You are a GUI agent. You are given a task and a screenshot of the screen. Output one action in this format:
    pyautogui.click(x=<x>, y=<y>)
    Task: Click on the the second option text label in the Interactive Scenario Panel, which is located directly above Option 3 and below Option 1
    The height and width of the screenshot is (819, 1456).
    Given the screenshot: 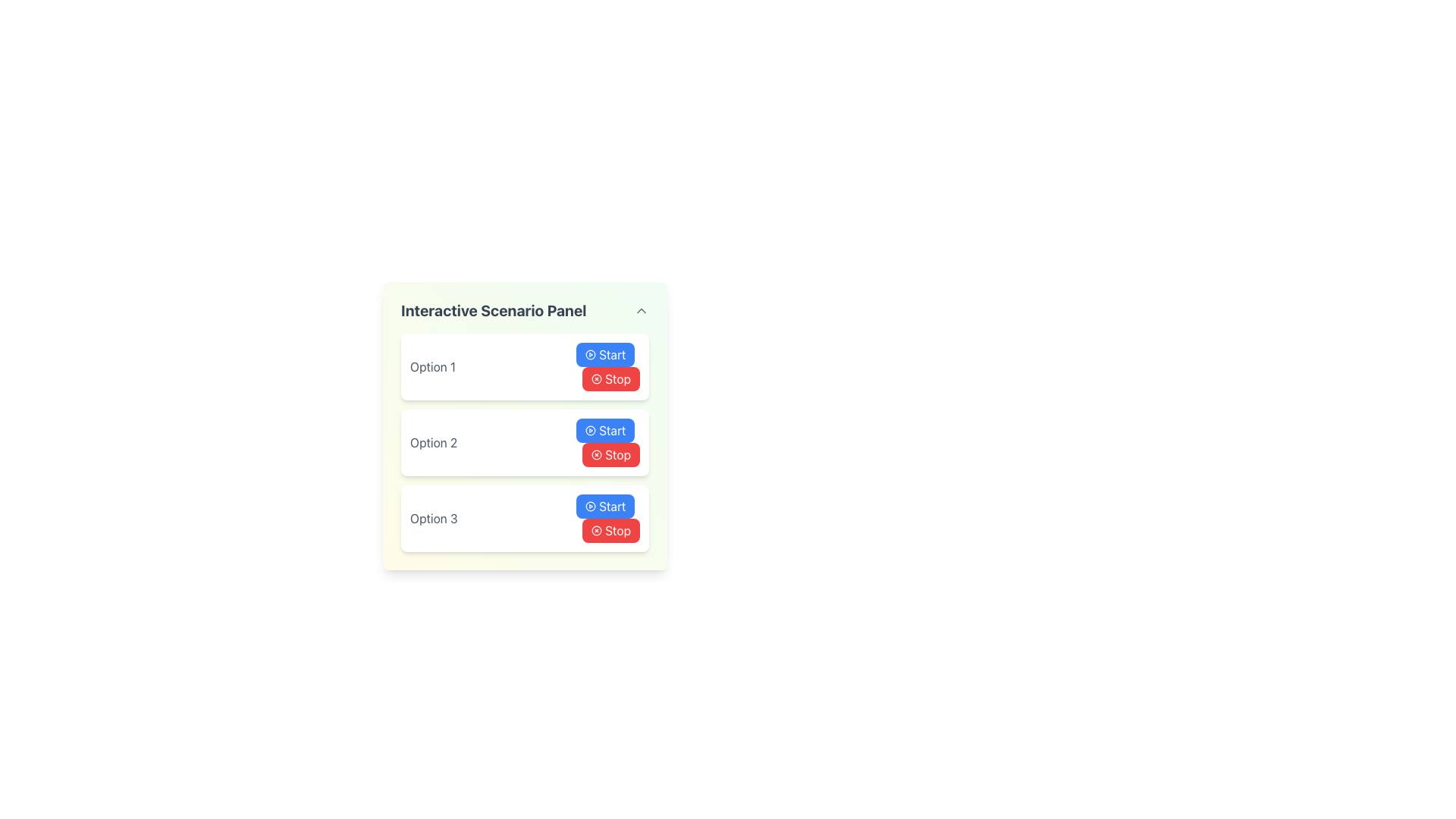 What is the action you would take?
    pyautogui.click(x=433, y=442)
    